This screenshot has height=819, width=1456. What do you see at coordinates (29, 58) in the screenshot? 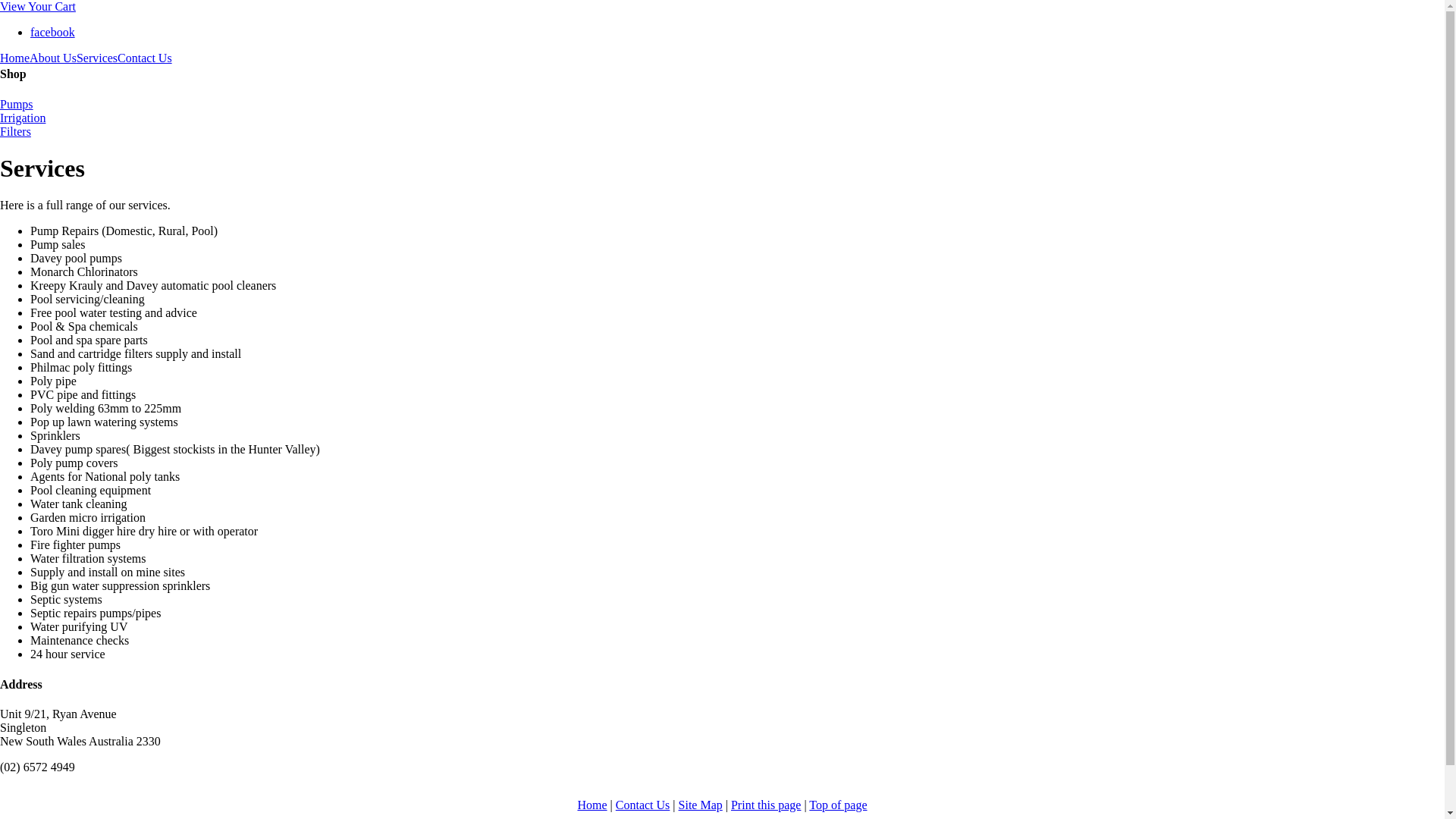
I see `'About Us'` at bounding box center [29, 58].